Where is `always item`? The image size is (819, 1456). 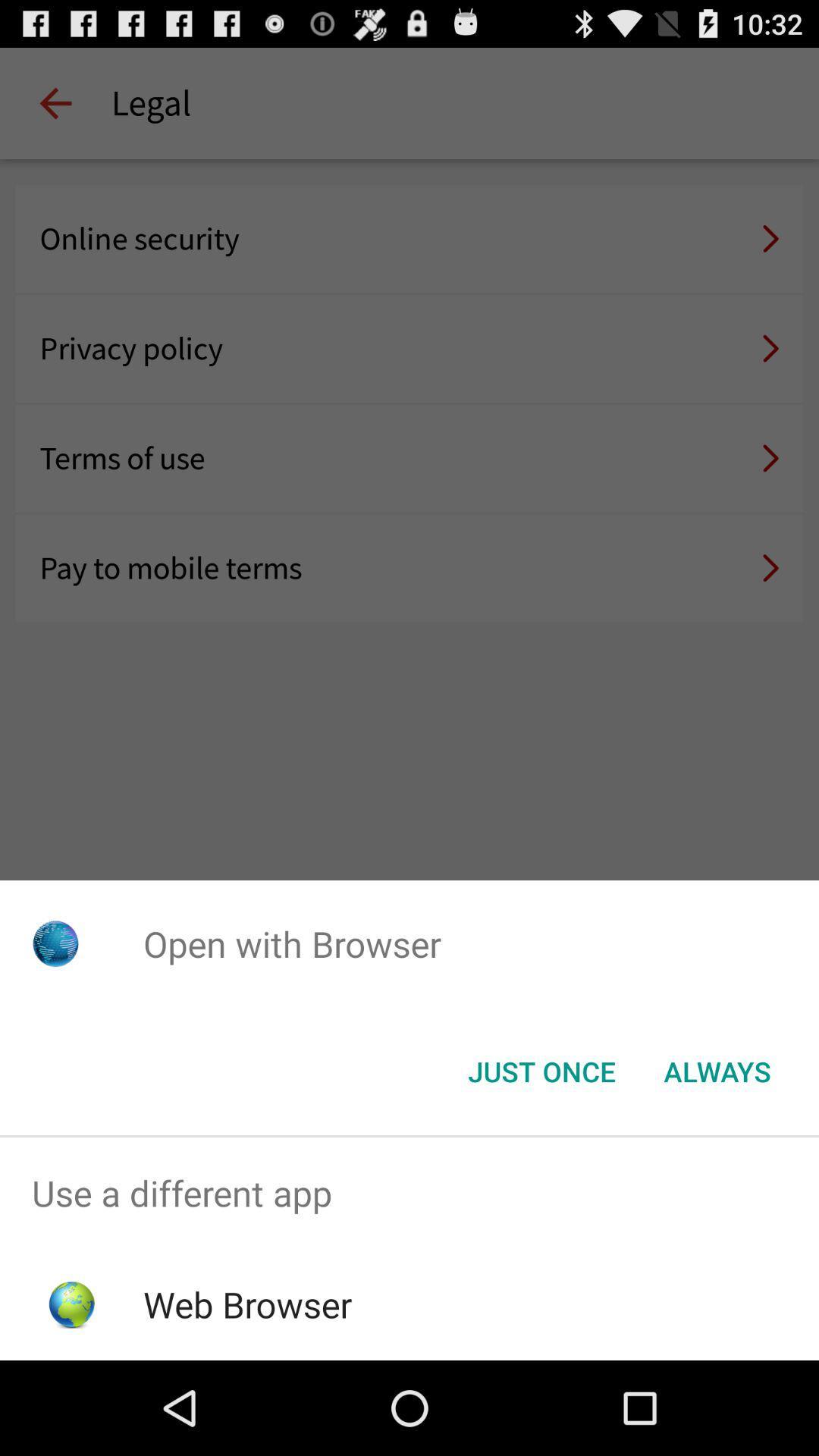 always item is located at coordinates (717, 1070).